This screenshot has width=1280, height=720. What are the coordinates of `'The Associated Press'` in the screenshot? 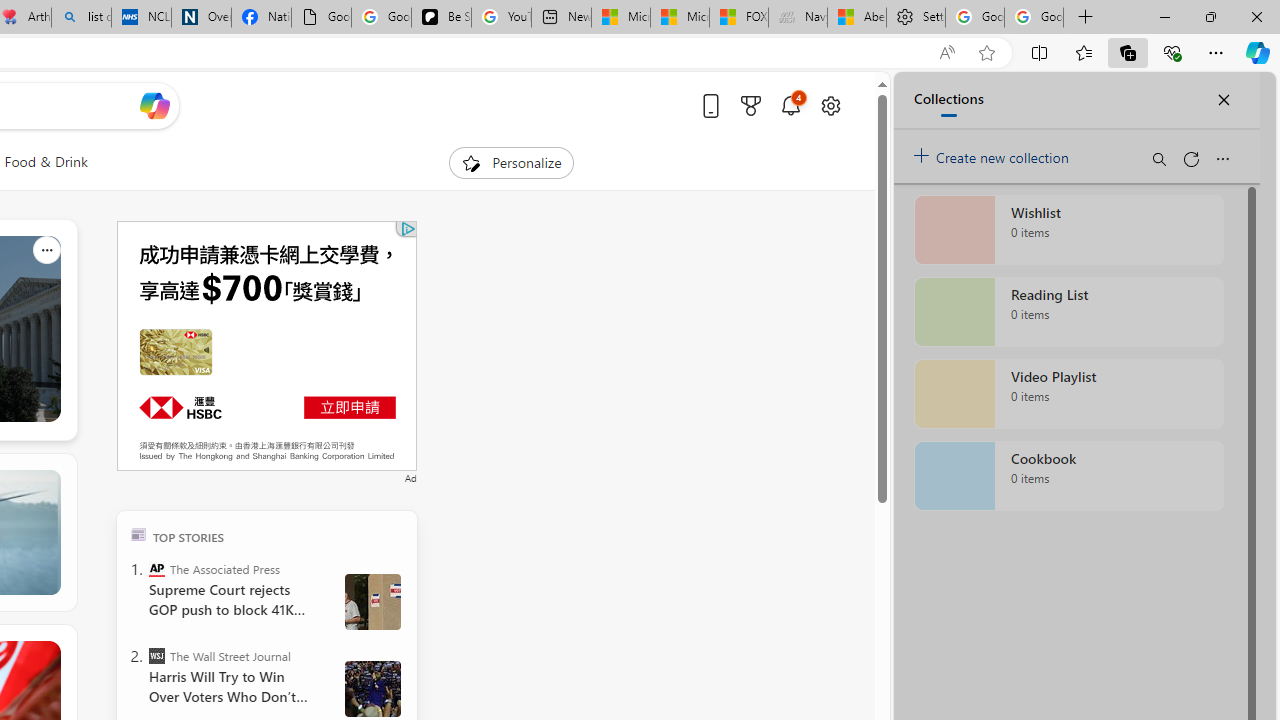 It's located at (155, 568).